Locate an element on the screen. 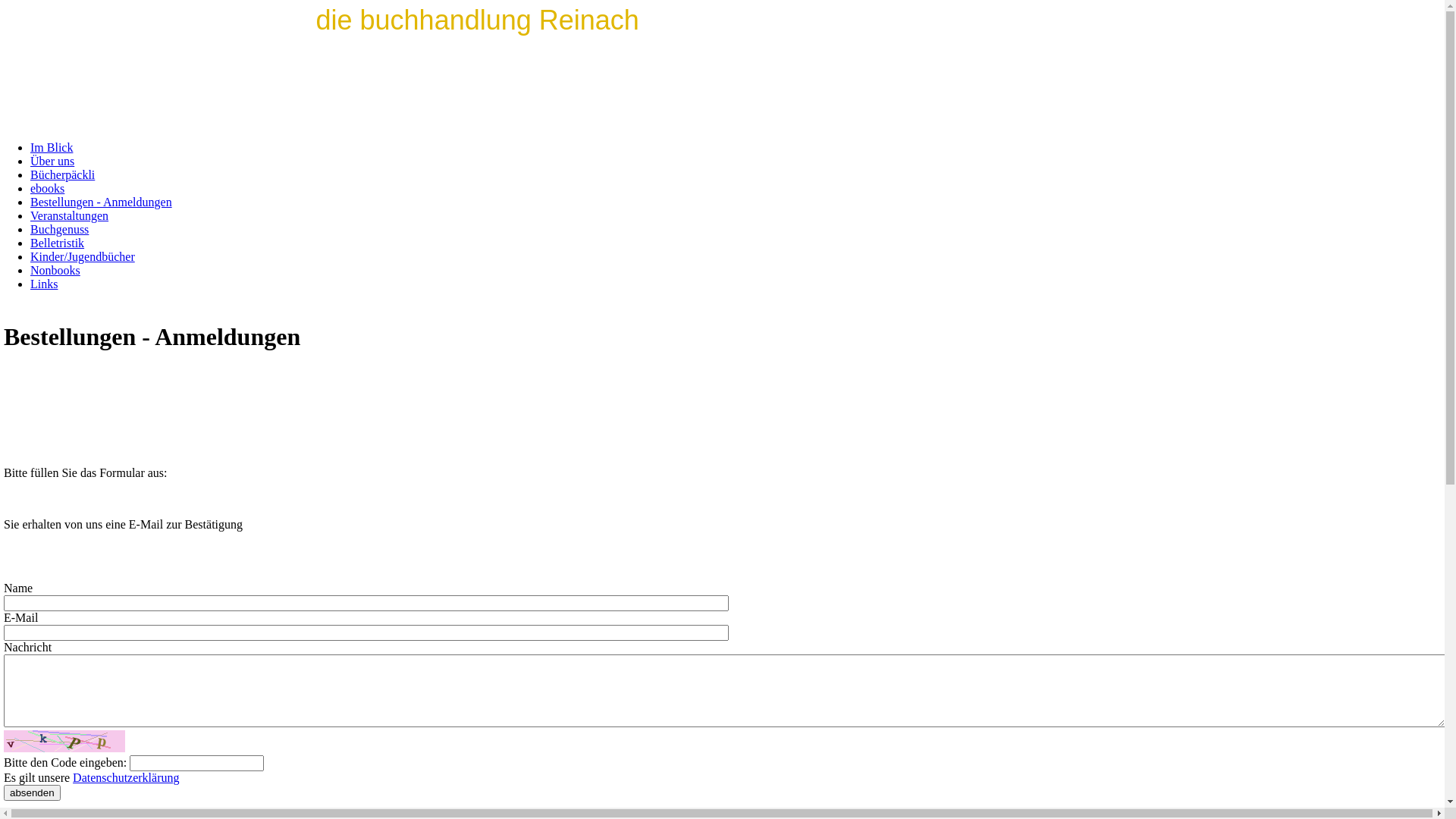  'Veranstaltungen' is located at coordinates (68, 215).